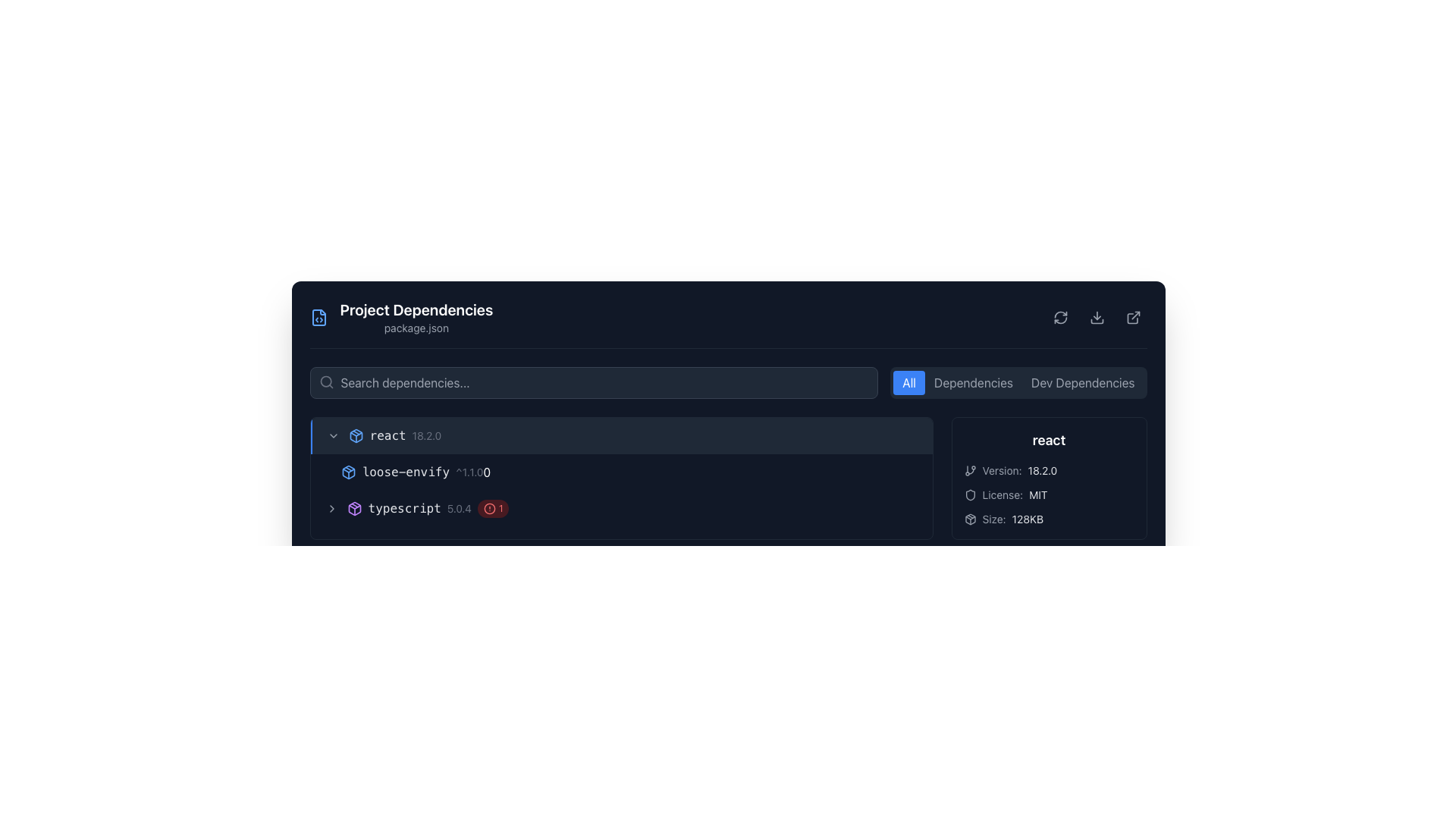 The height and width of the screenshot is (819, 1456). I want to click on the UI section header indicating 'Project Dependencies' related to 'package.json', located in the top-left section of the interface, so click(401, 317).